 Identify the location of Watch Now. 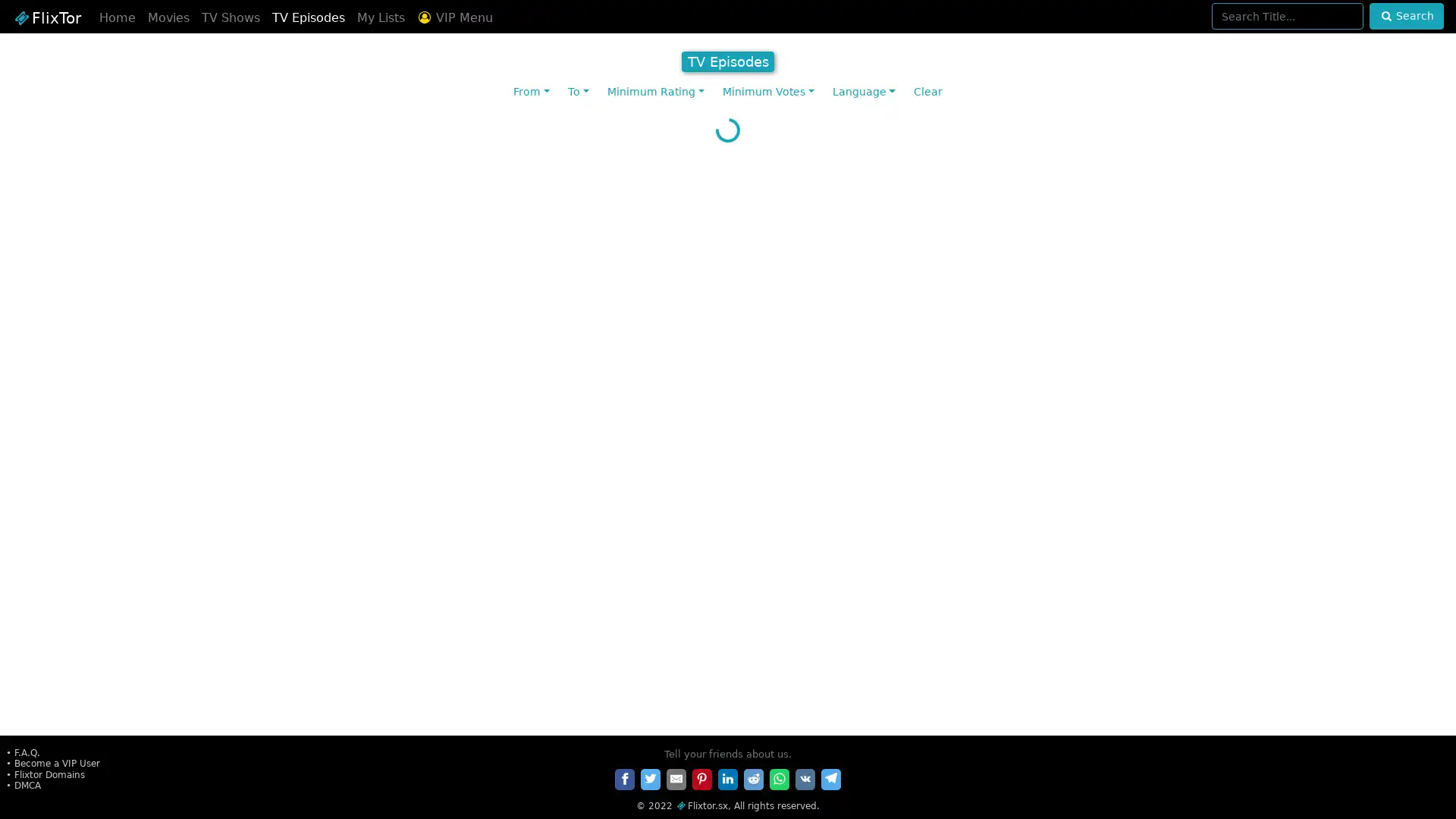
(987, 716).